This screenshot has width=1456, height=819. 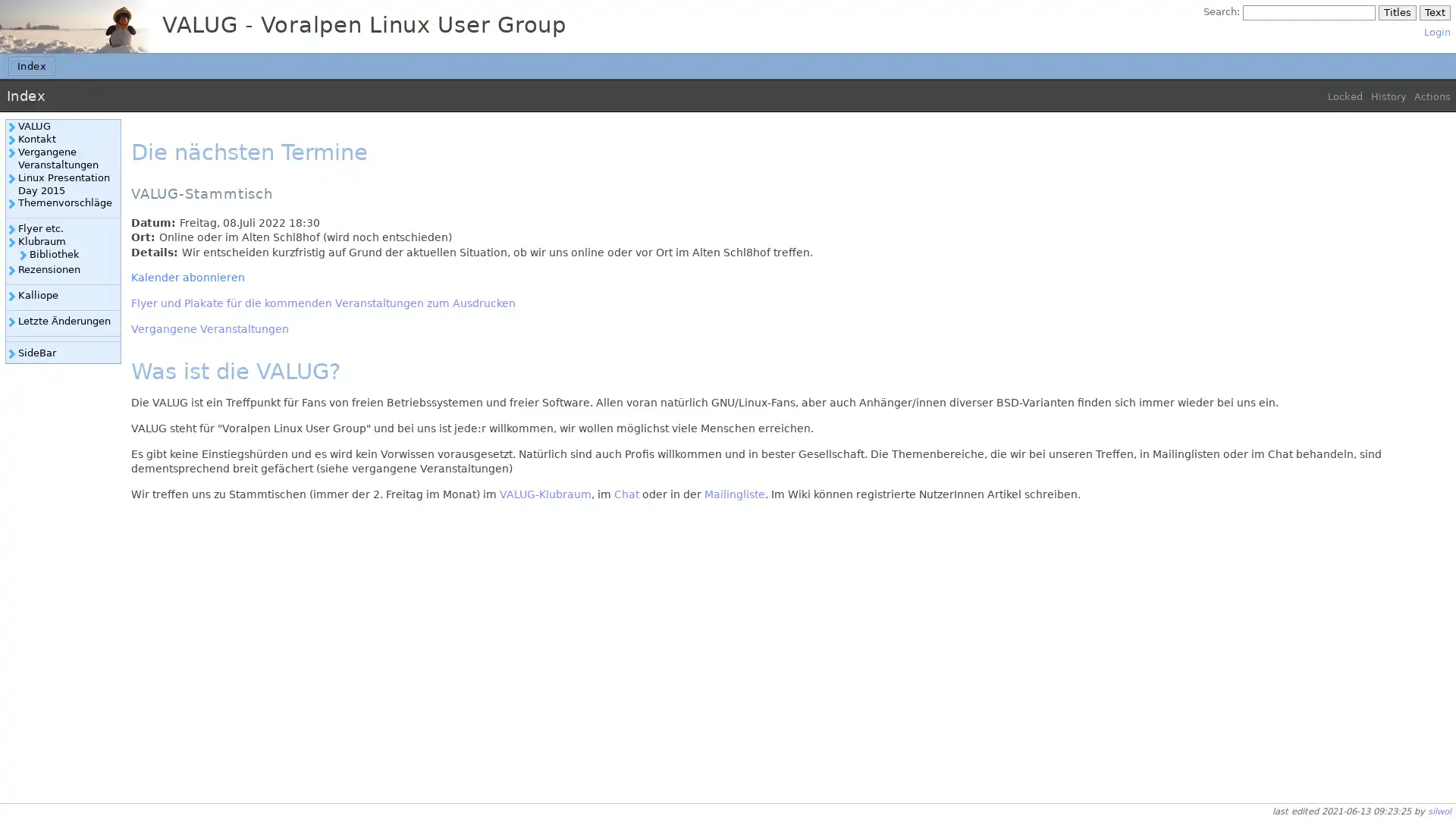 What do you see at coordinates (1396, 12) in the screenshot?
I see `Titles` at bounding box center [1396, 12].